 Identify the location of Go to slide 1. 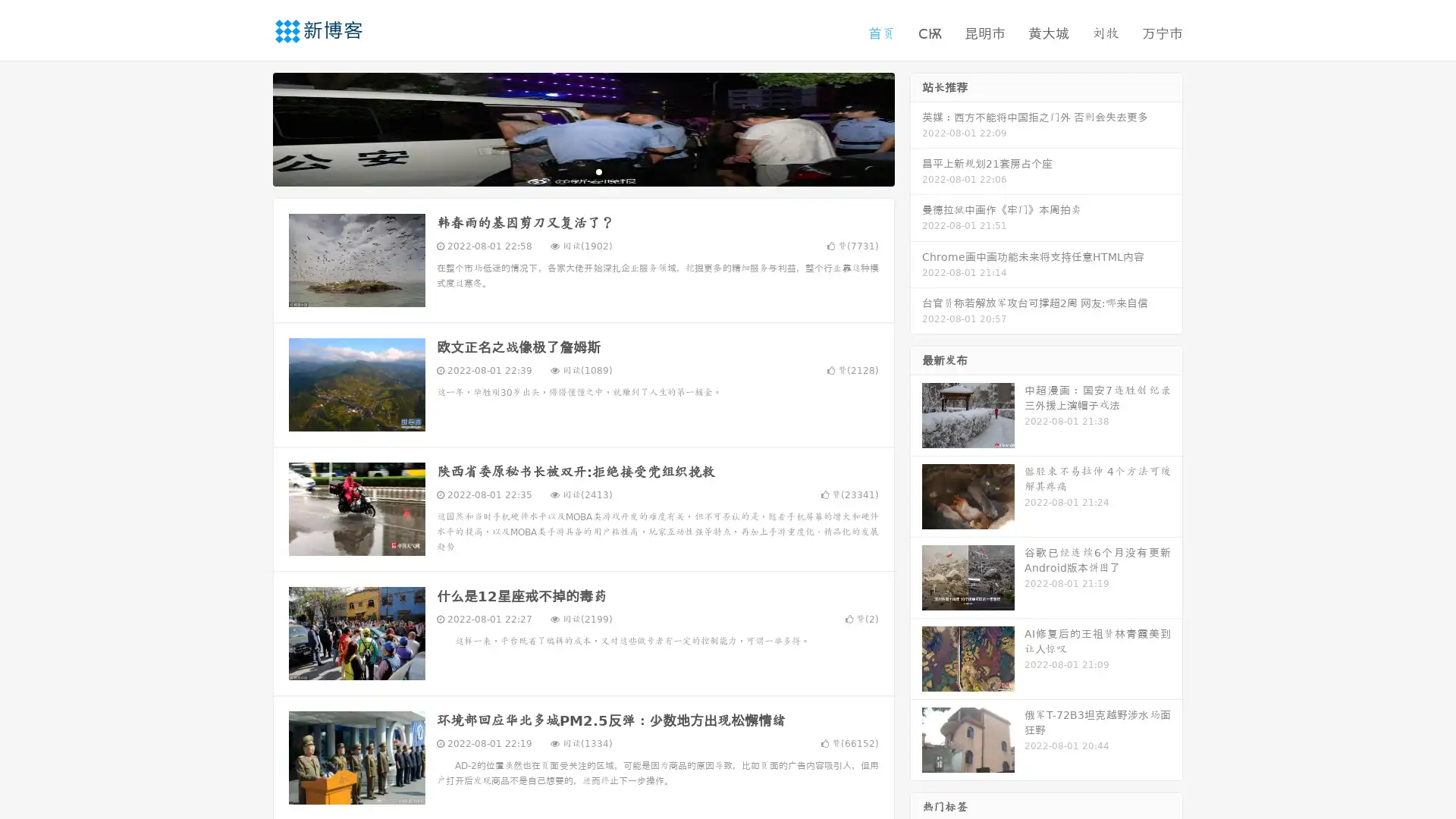
(567, 171).